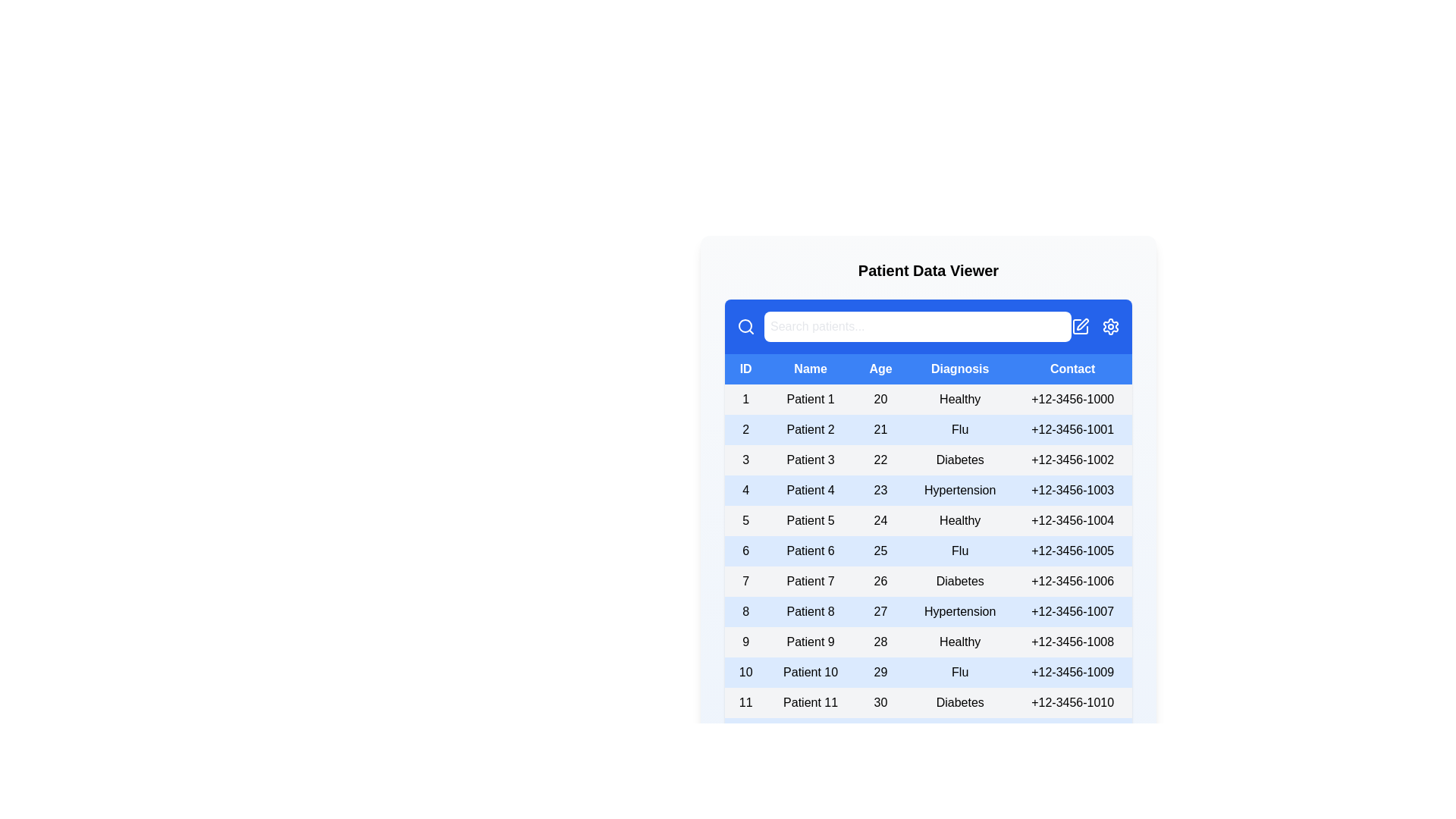 The width and height of the screenshot is (1456, 819). What do you see at coordinates (959, 369) in the screenshot?
I see `the column header Diagnosis to sort the table by that column` at bounding box center [959, 369].